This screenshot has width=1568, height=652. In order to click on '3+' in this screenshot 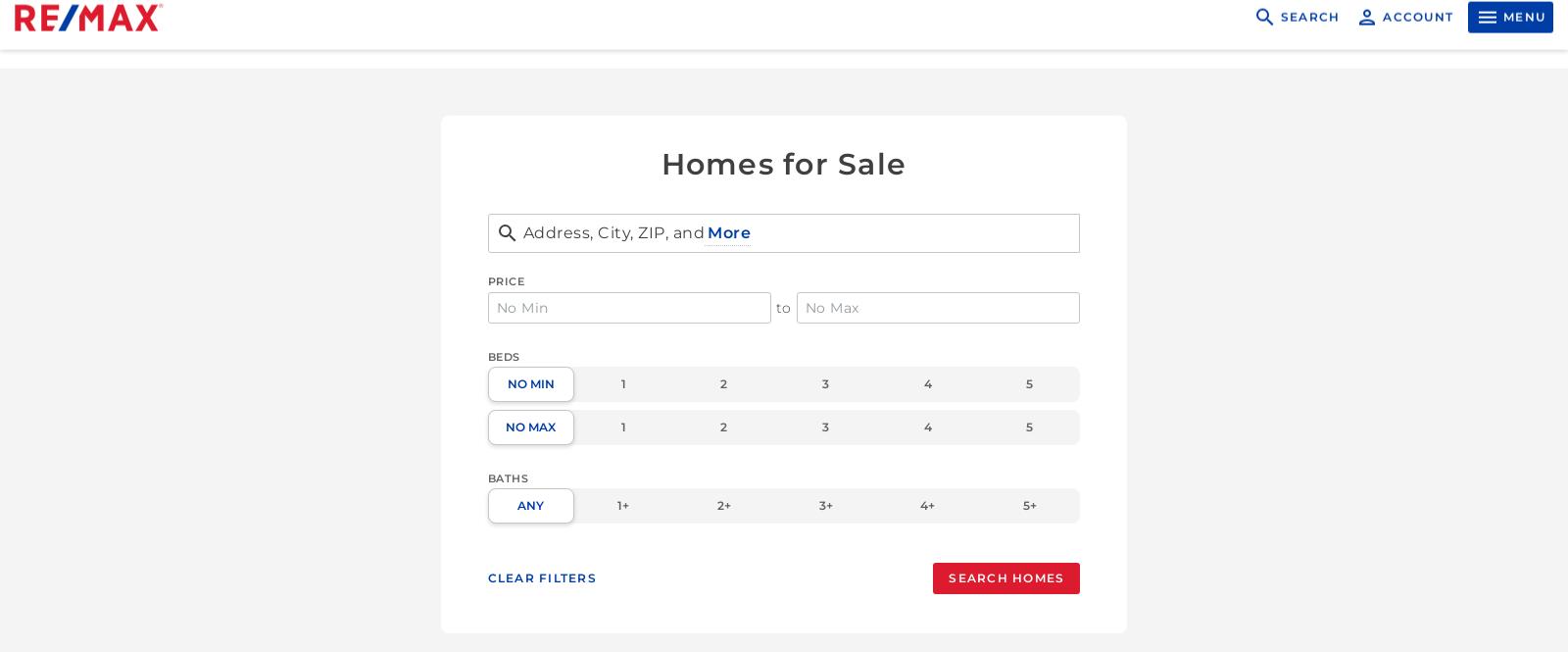, I will do `click(823, 505)`.